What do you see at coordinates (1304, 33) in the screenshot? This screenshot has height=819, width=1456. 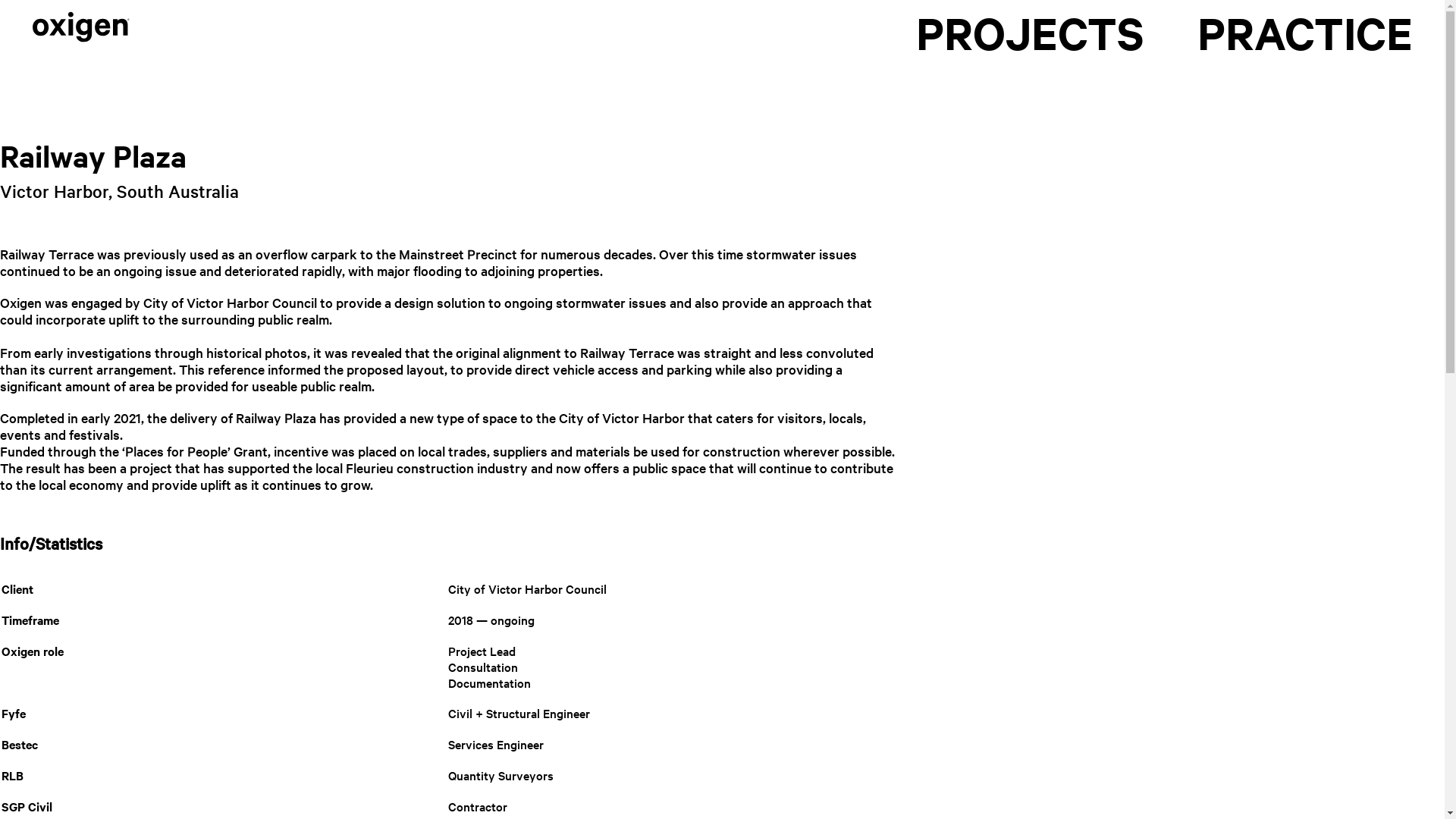 I see `'PRACTICE'` at bounding box center [1304, 33].